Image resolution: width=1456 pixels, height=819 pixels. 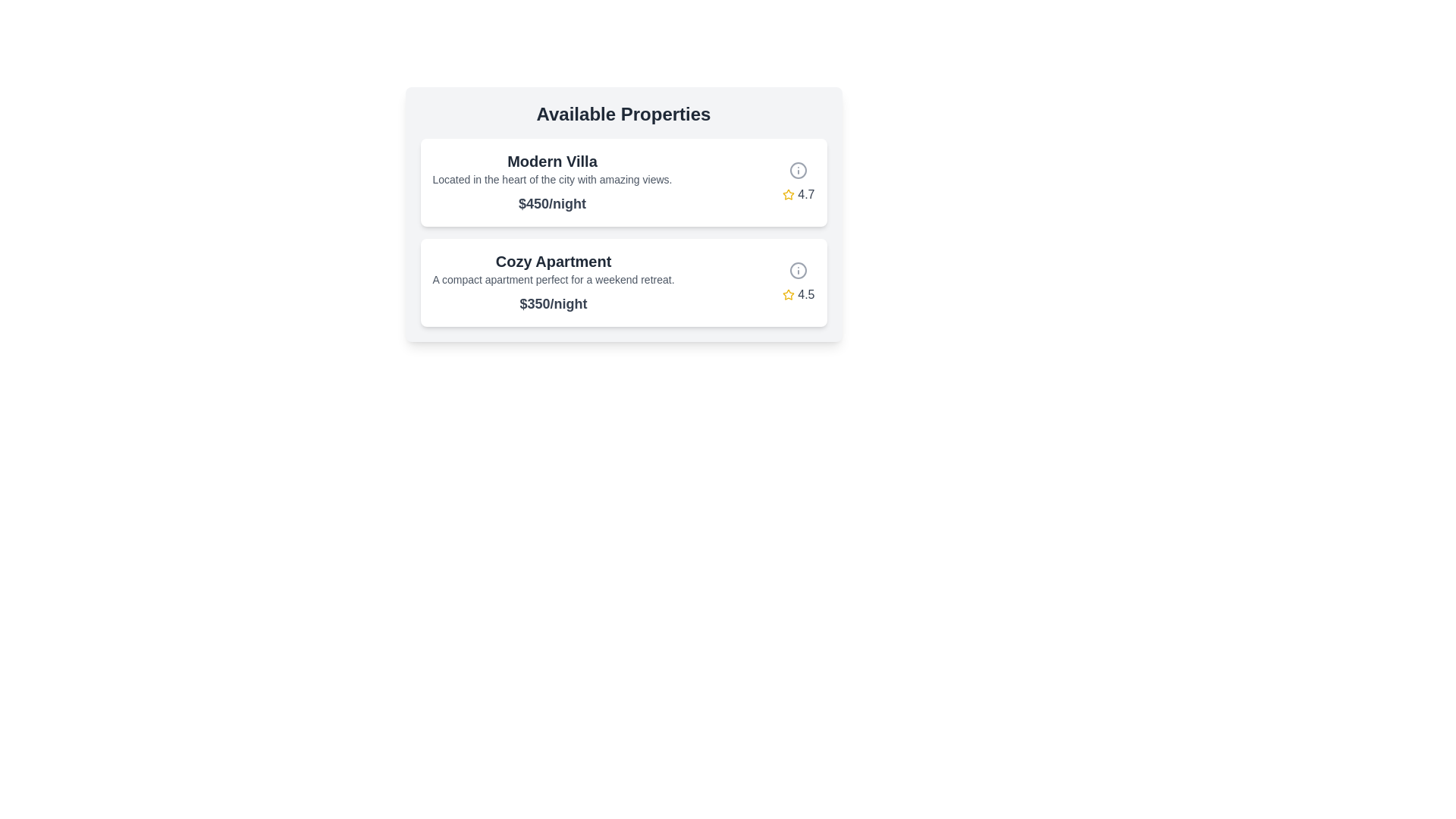 What do you see at coordinates (805, 295) in the screenshot?
I see `the text label displaying the rating score for the 'Cozy Apartment' located in the lower-right corner of the card` at bounding box center [805, 295].